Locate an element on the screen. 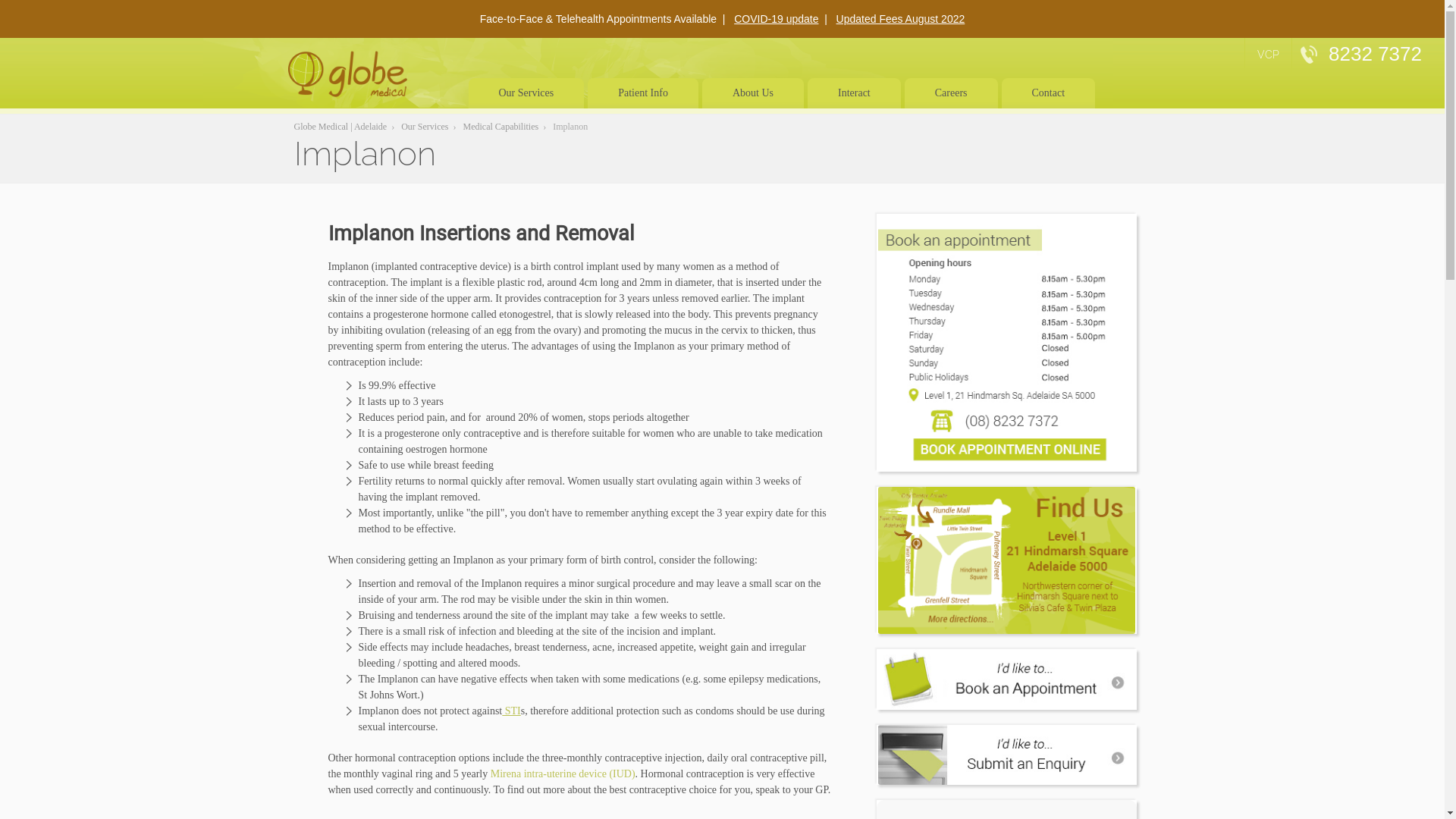 This screenshot has height=819, width=1456. 'Updated Fees August 2022' is located at coordinates (900, 18).